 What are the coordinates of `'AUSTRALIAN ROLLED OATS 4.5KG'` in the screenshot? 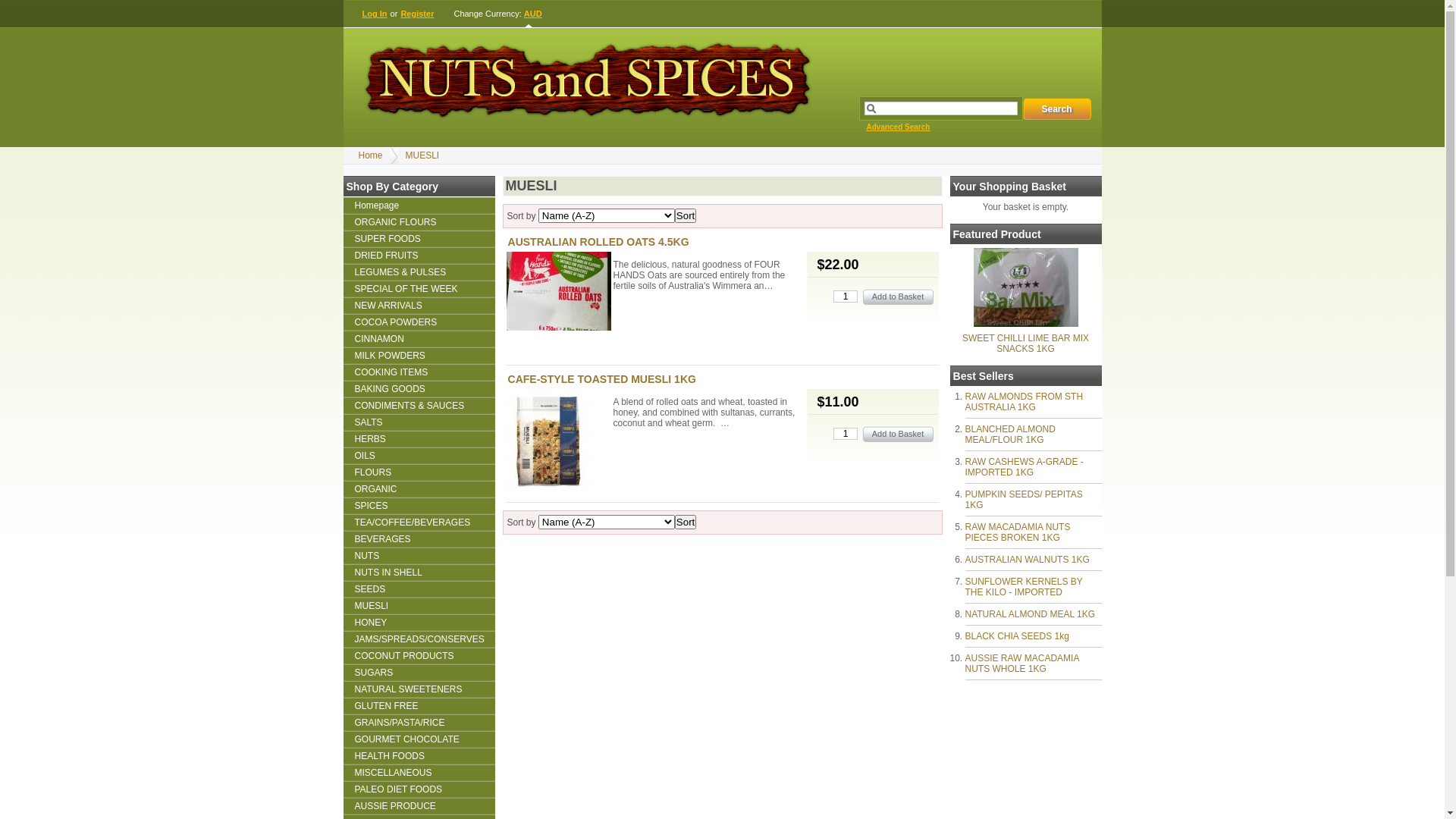 It's located at (508, 241).